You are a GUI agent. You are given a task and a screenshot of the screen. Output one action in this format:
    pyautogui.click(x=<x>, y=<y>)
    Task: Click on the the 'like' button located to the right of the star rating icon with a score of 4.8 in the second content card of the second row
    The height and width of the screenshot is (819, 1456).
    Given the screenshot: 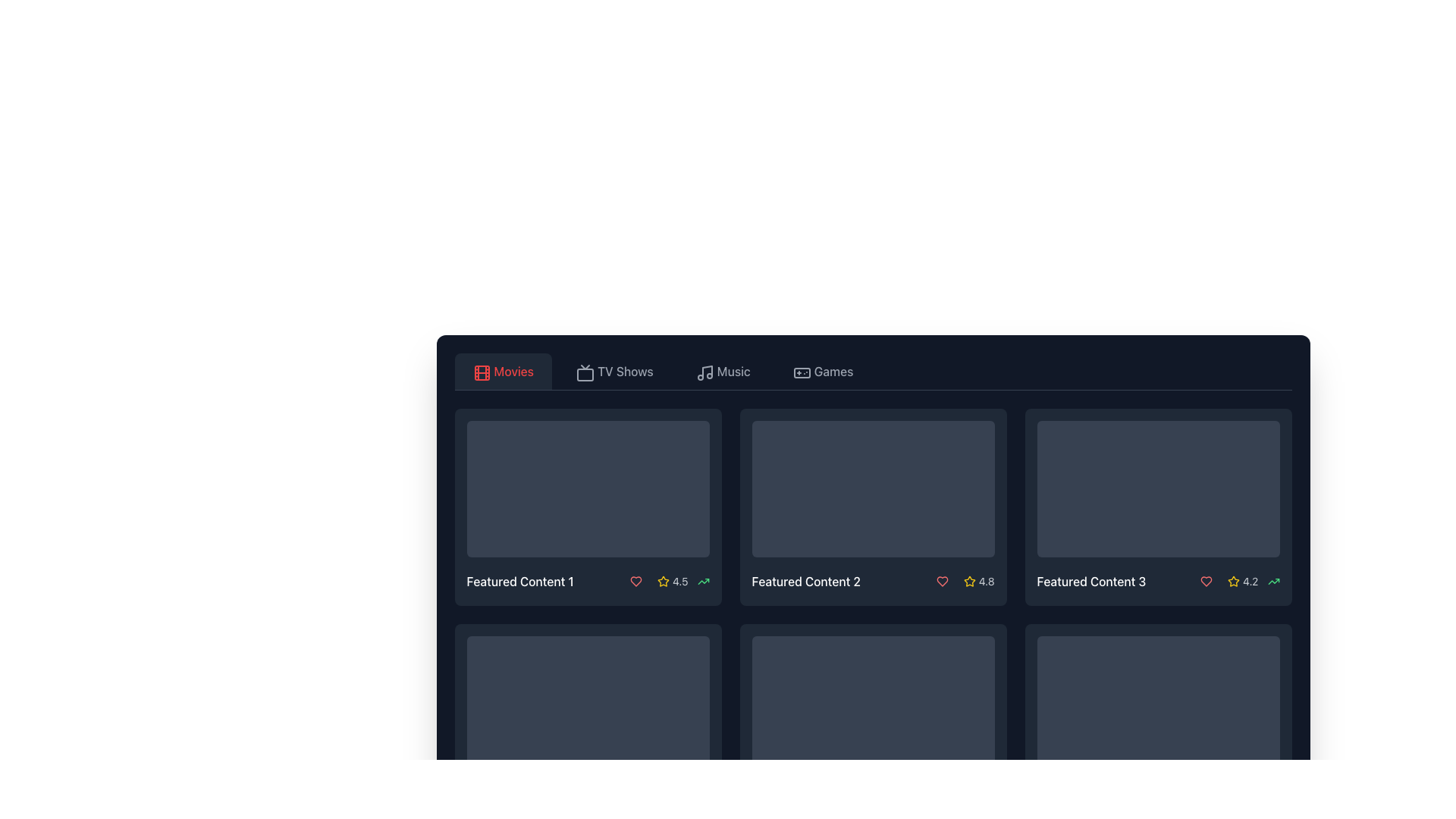 What is the action you would take?
    pyautogui.click(x=941, y=581)
    